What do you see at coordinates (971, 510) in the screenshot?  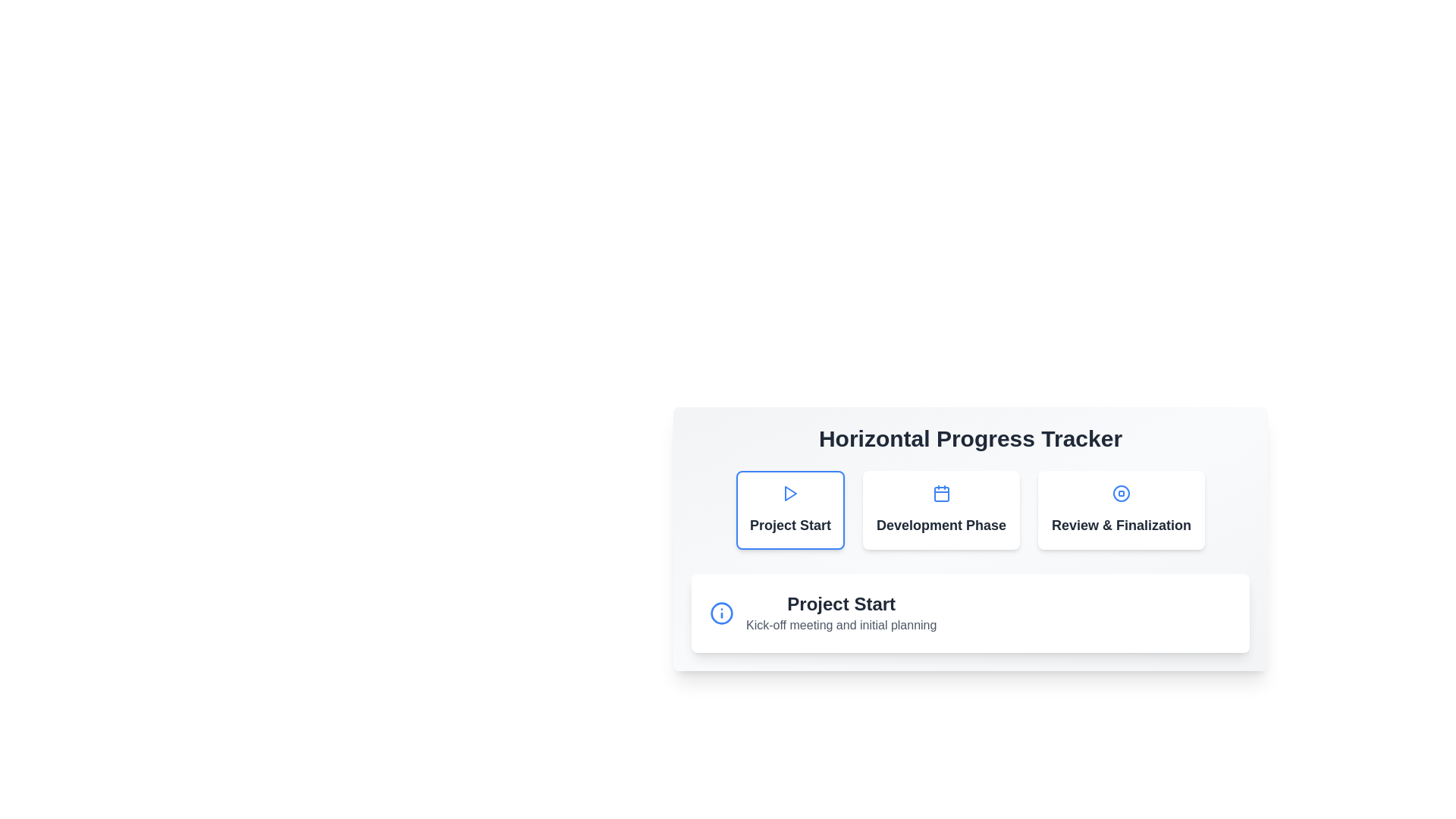 I see `the 'Development Phase' clickable card in the 'Horizontal Progress Tracker' section` at bounding box center [971, 510].